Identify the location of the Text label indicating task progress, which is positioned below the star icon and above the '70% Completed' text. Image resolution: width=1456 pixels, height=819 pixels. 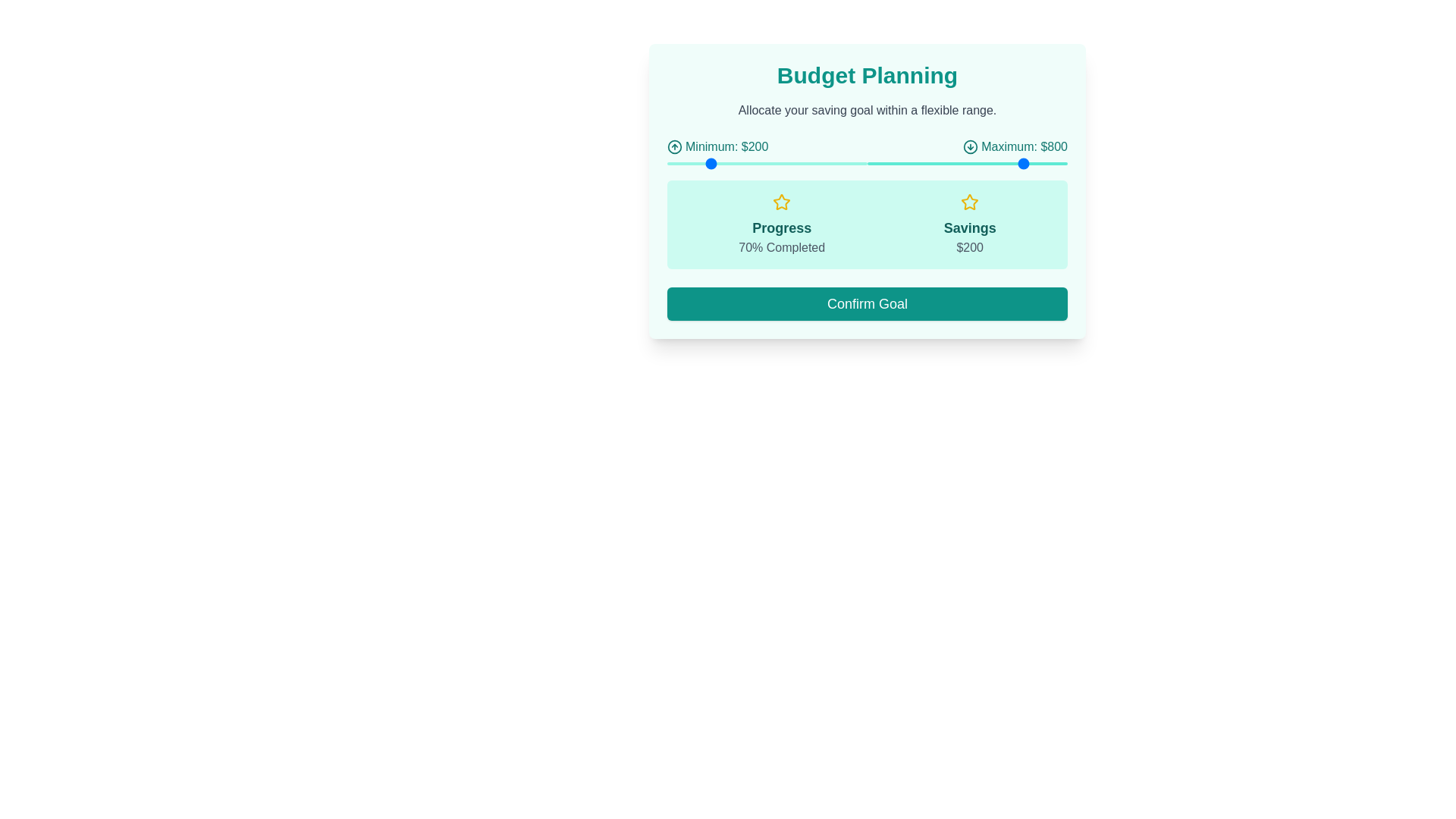
(782, 227).